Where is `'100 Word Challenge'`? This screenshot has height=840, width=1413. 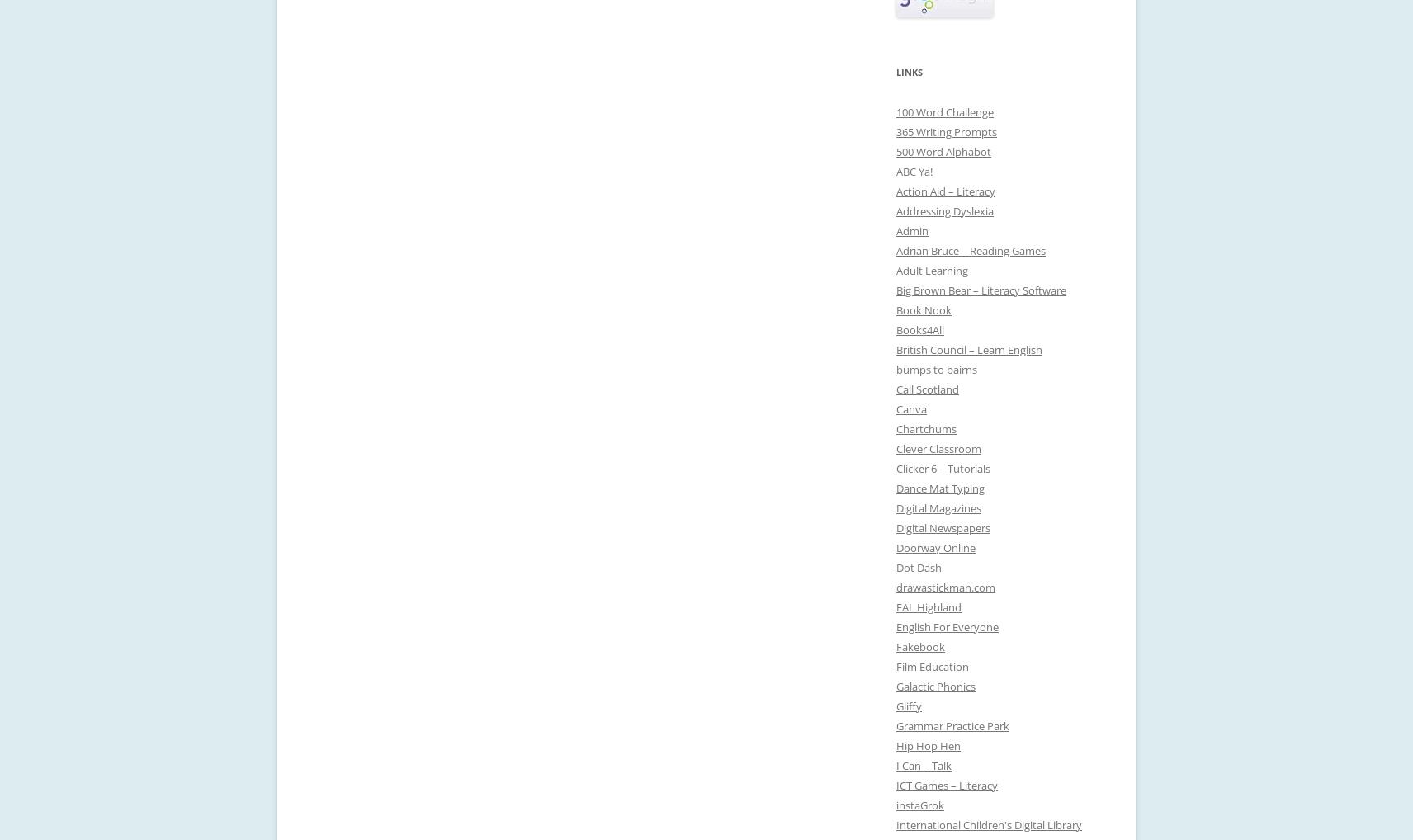 '100 Word Challenge' is located at coordinates (896, 111).